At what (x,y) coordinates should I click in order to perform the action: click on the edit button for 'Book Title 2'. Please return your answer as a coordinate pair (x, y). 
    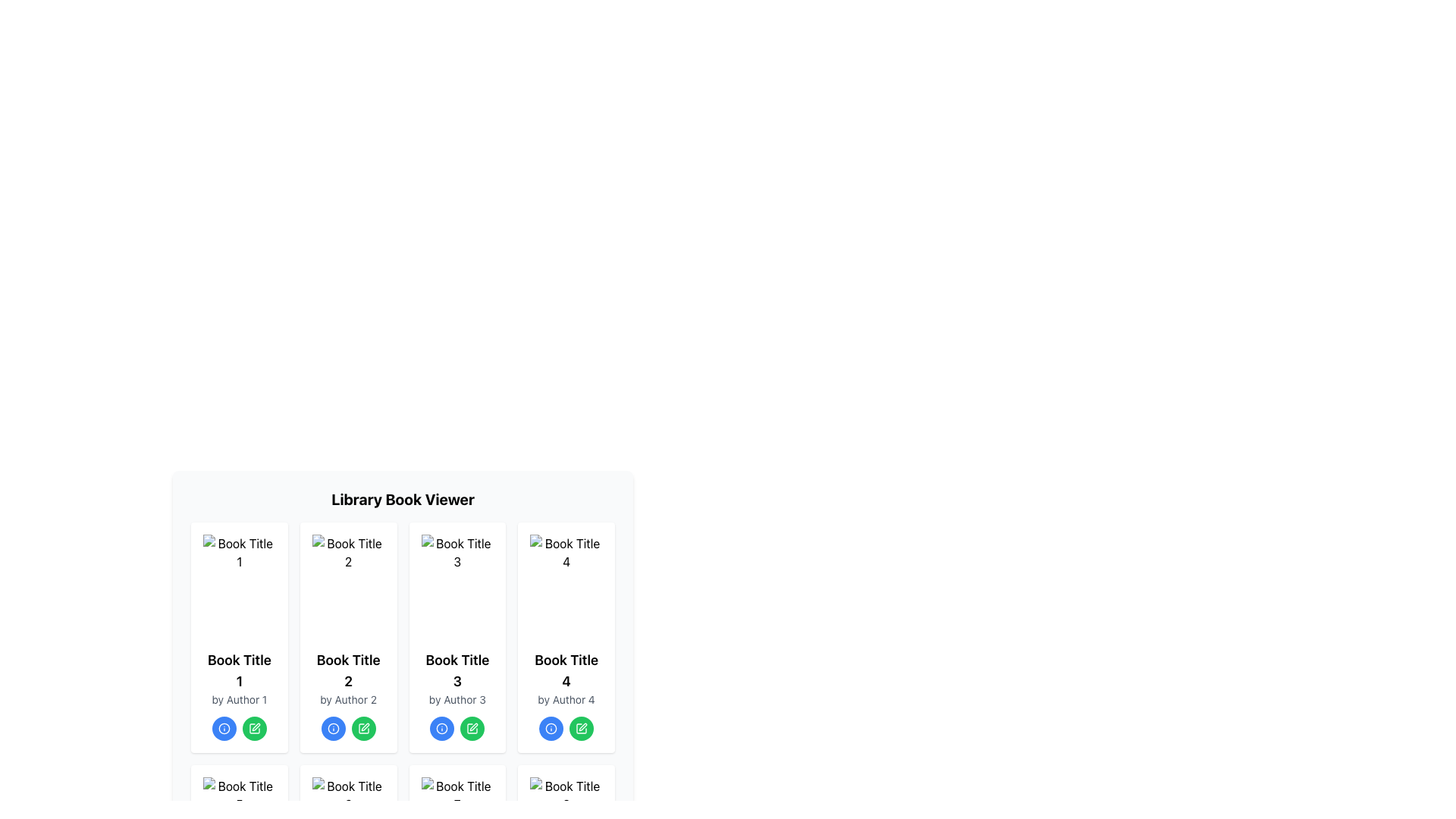
    Looking at the image, I should click on (362, 727).